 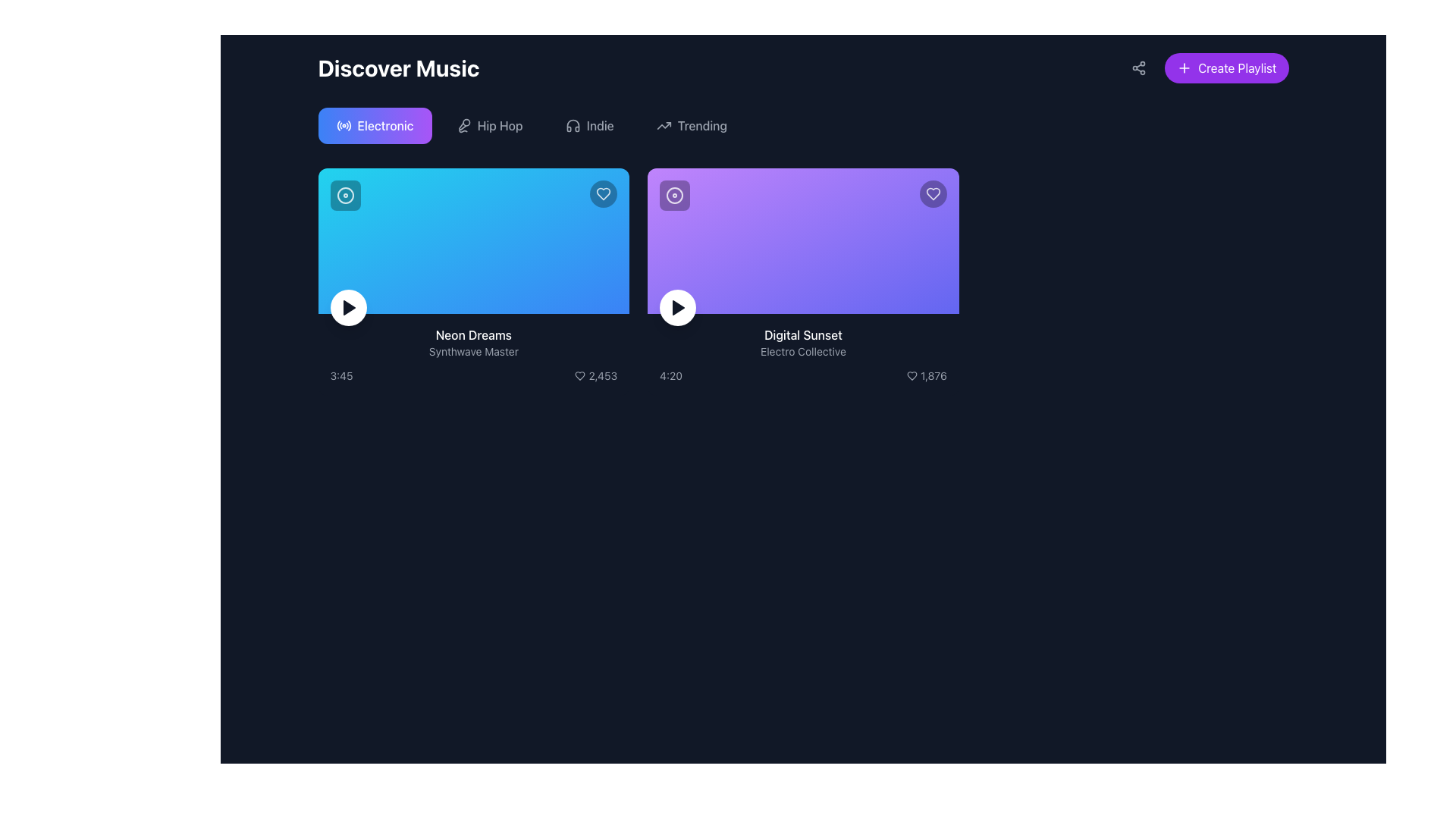 I want to click on the 'like' button located at the top-right corner of the blue card labeled 'Neon Dreams', so click(x=603, y=193).